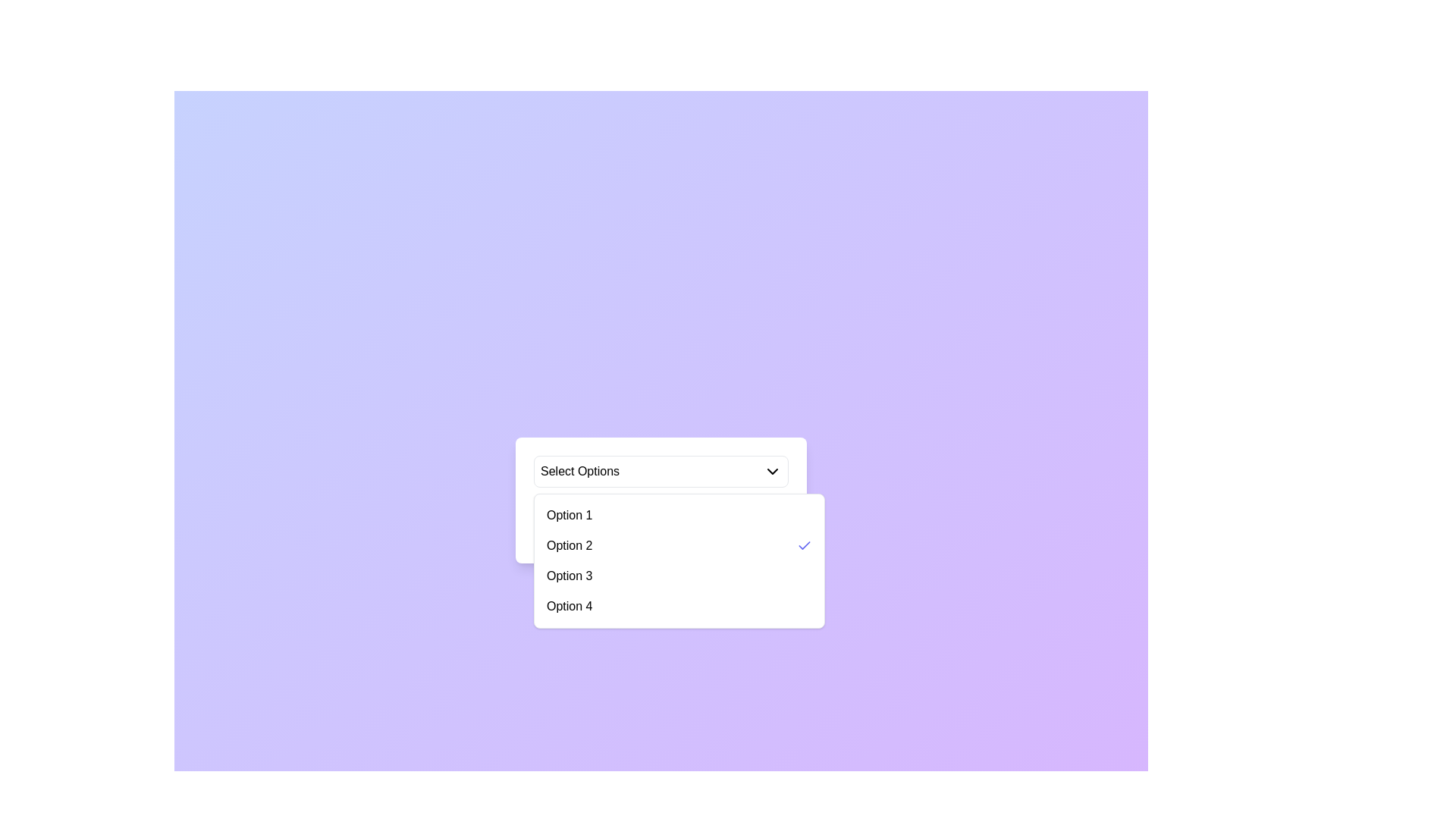 The image size is (1456, 819). I want to click on the 'Option 2' button in the dropdown menu, so click(562, 532).